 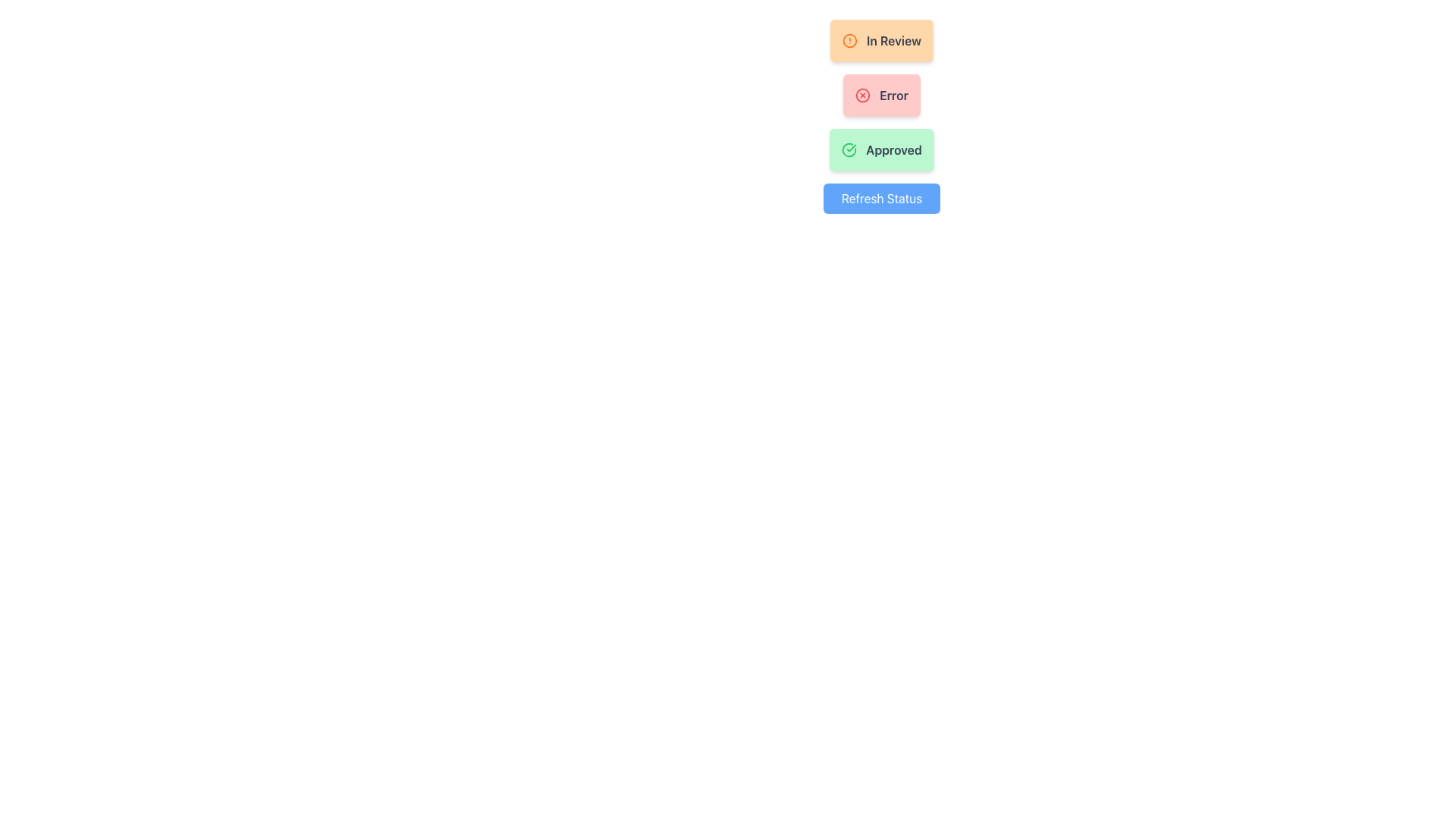 What do you see at coordinates (881, 96) in the screenshot?
I see `the Notification box, which is a rectangular component with a light red background and a red circular 'X' icon, located below the 'In Review' button and above the 'Approved' button` at bounding box center [881, 96].